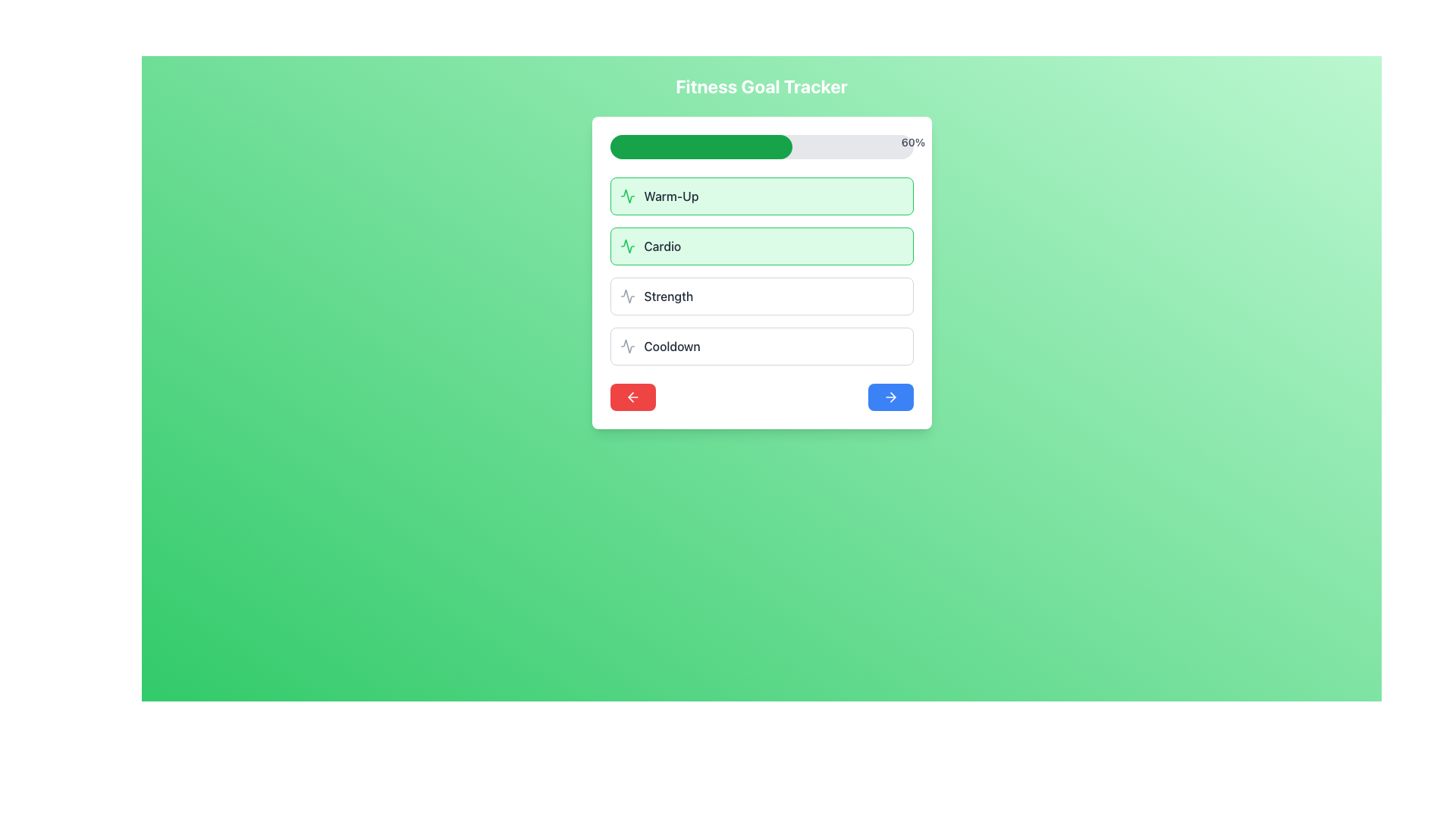 The width and height of the screenshot is (1456, 819). What do you see at coordinates (632, 397) in the screenshot?
I see `the button located at the lower-left side of the interface's main card layout` at bounding box center [632, 397].